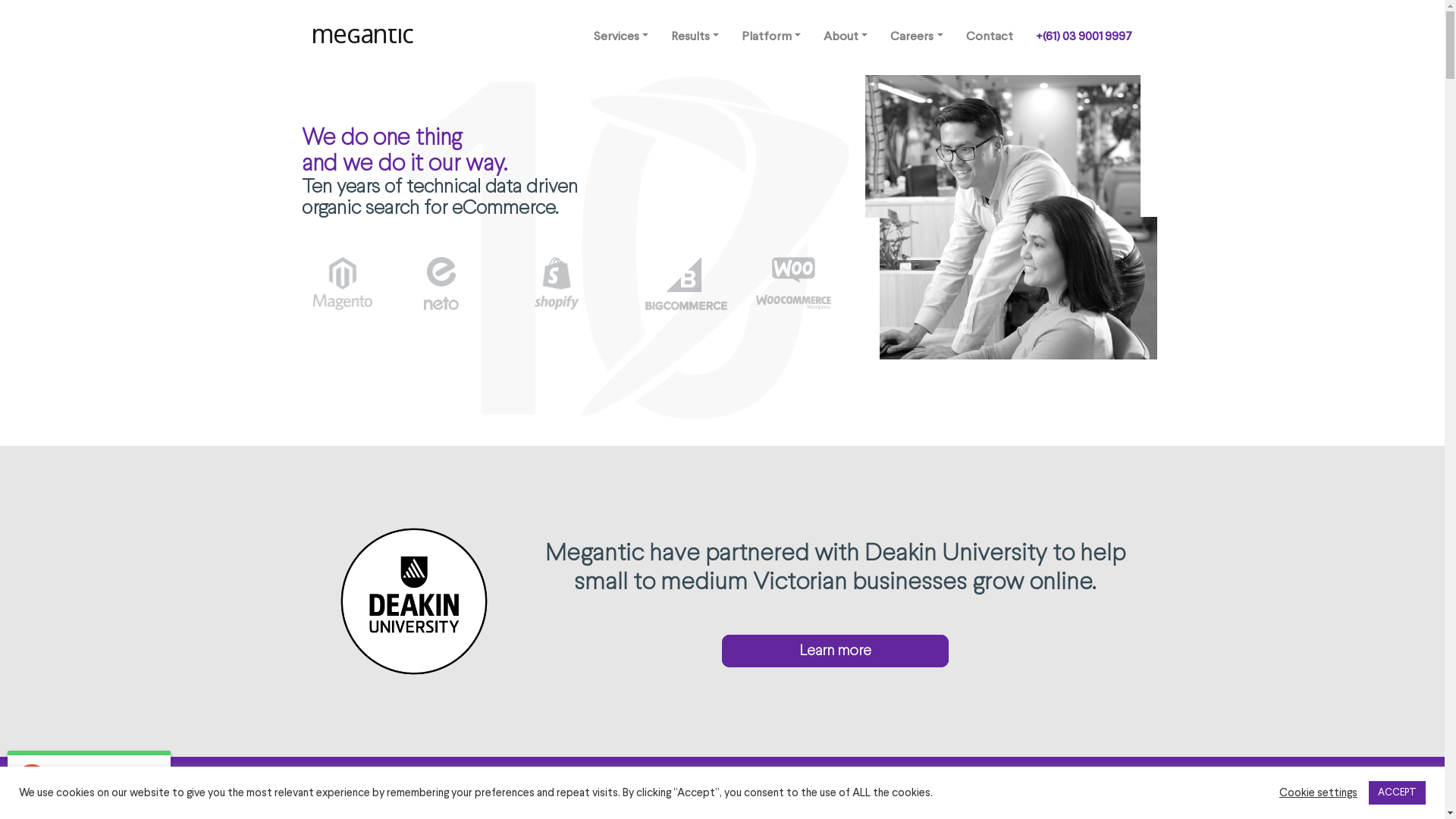  Describe the element at coordinates (834, 650) in the screenshot. I see `'Learn more'` at that location.